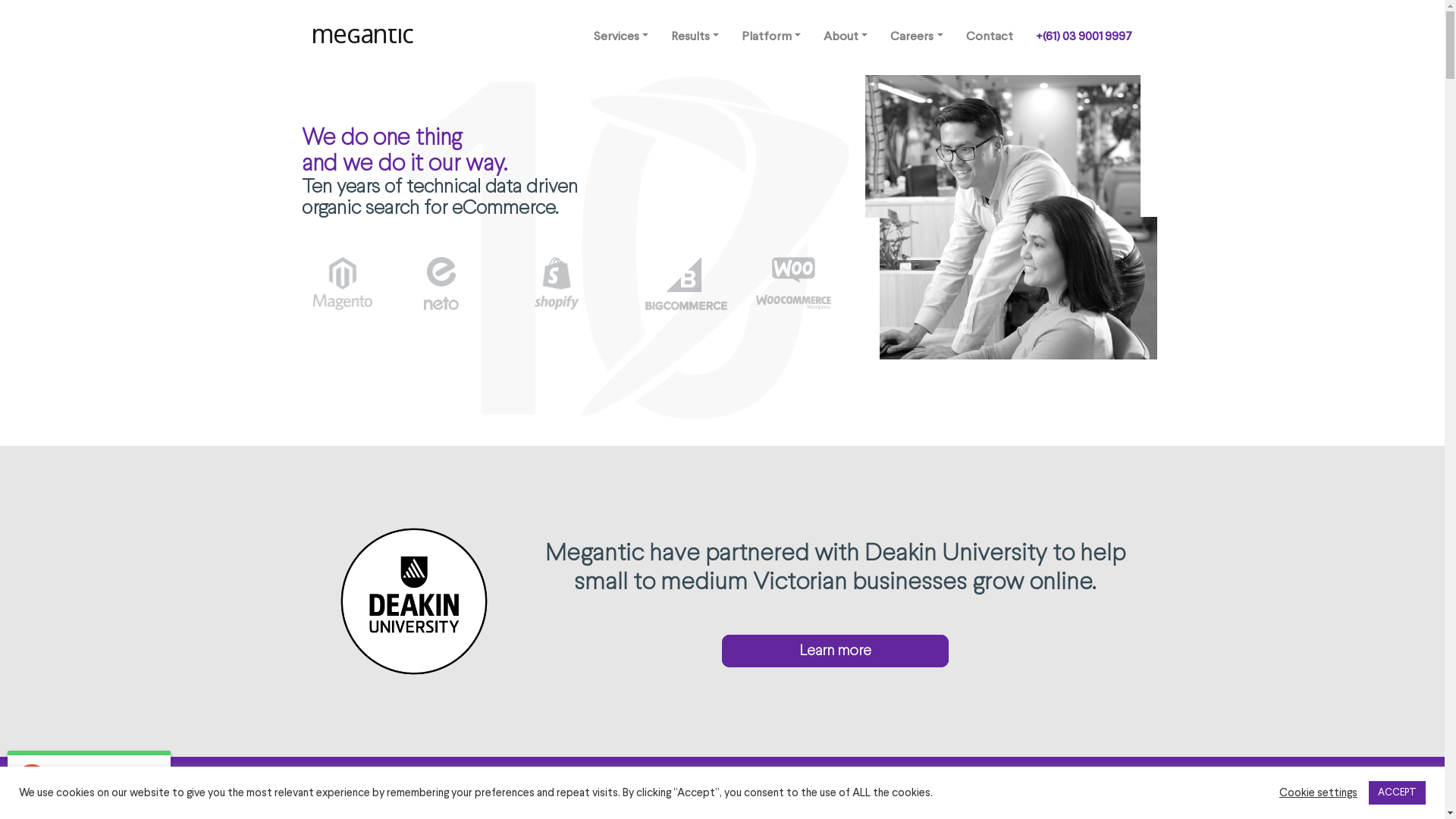  Describe the element at coordinates (834, 650) in the screenshot. I see `'Learn more'` at that location.